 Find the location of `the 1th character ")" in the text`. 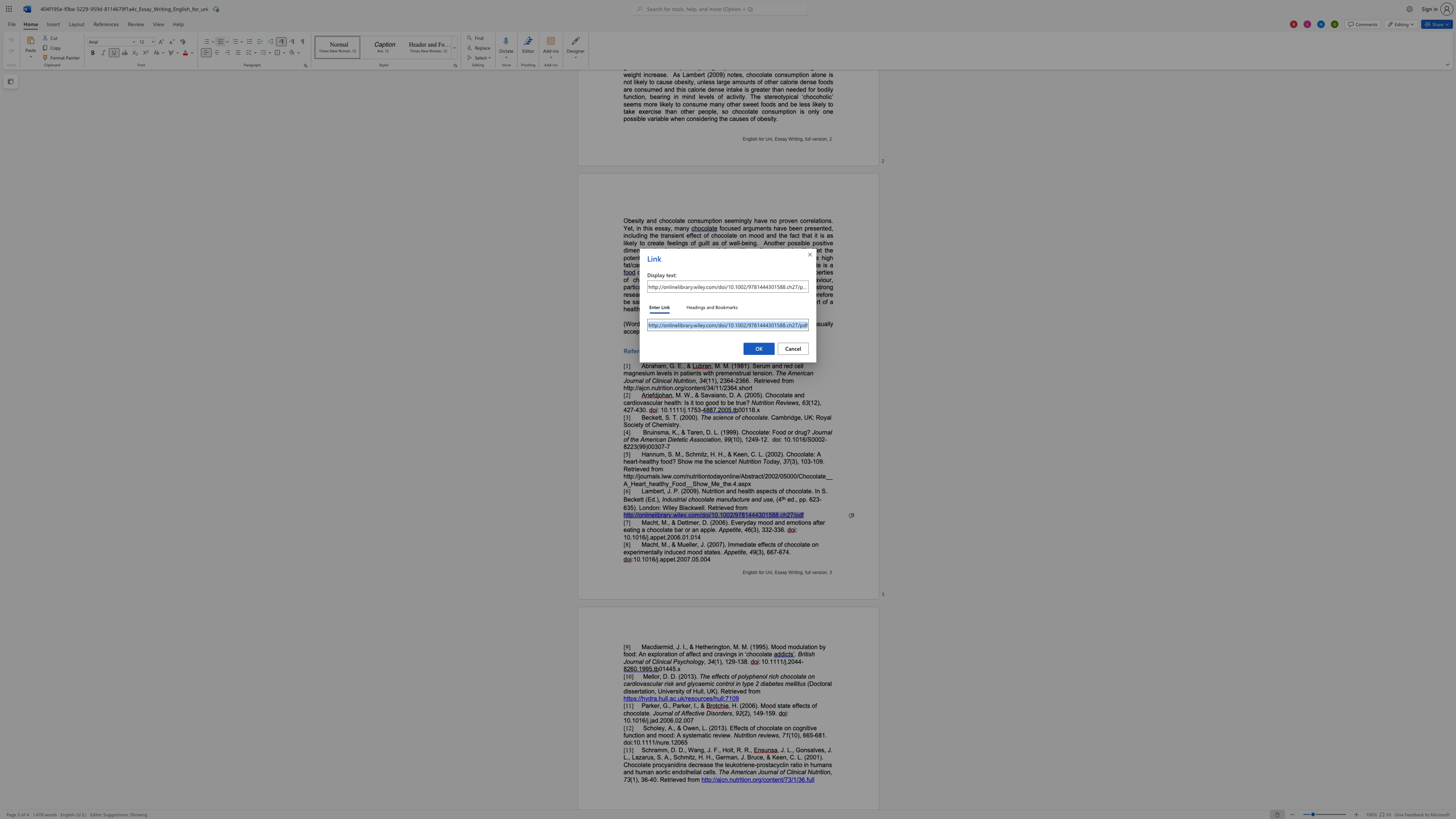

the 1th character ")" in the text is located at coordinates (762, 552).